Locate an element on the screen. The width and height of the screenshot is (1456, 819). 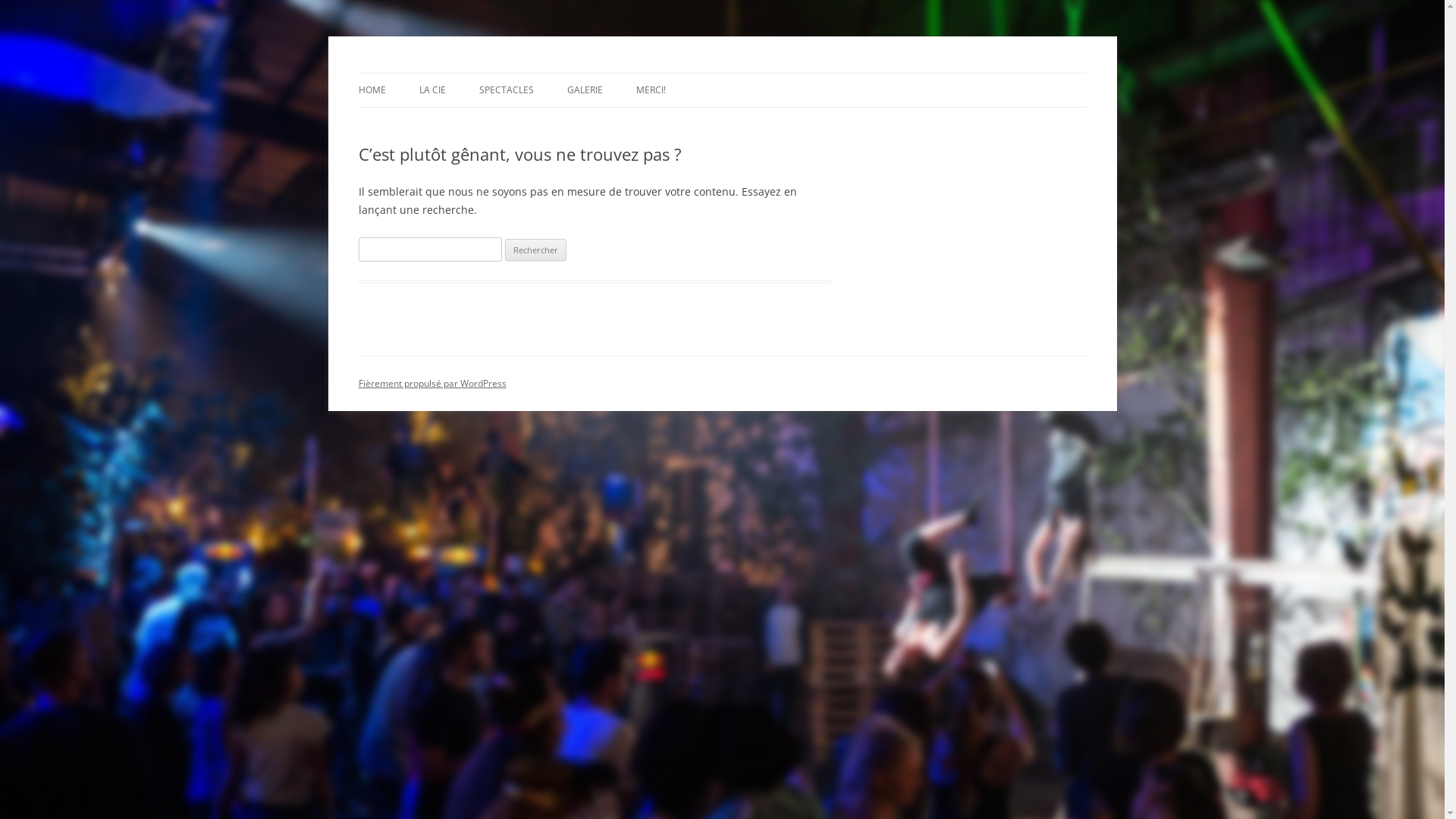
'LA CIE' is located at coordinates (431, 90).